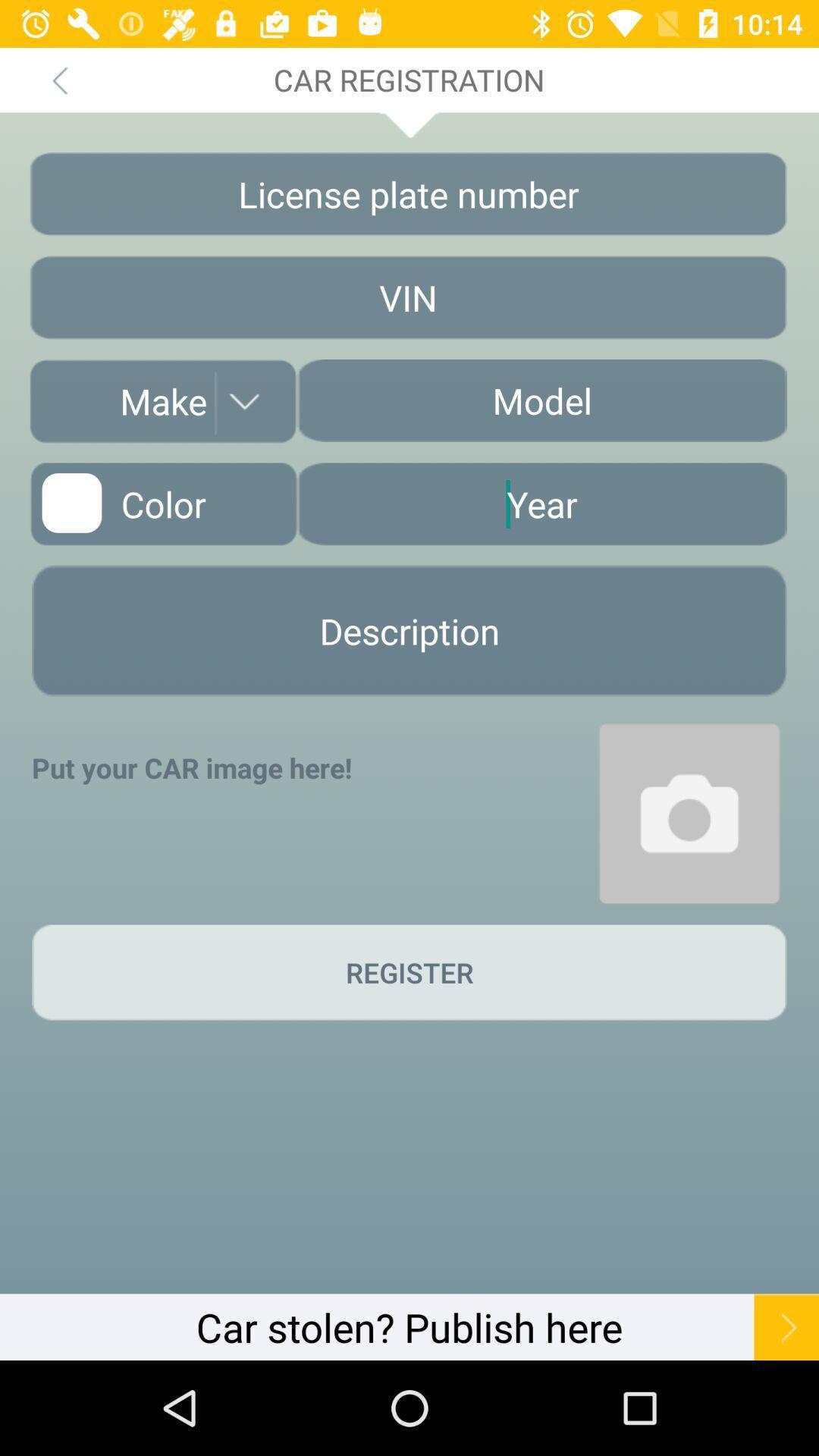 The height and width of the screenshot is (1456, 819). What do you see at coordinates (58, 79) in the screenshot?
I see `the arrow_backward icon` at bounding box center [58, 79].